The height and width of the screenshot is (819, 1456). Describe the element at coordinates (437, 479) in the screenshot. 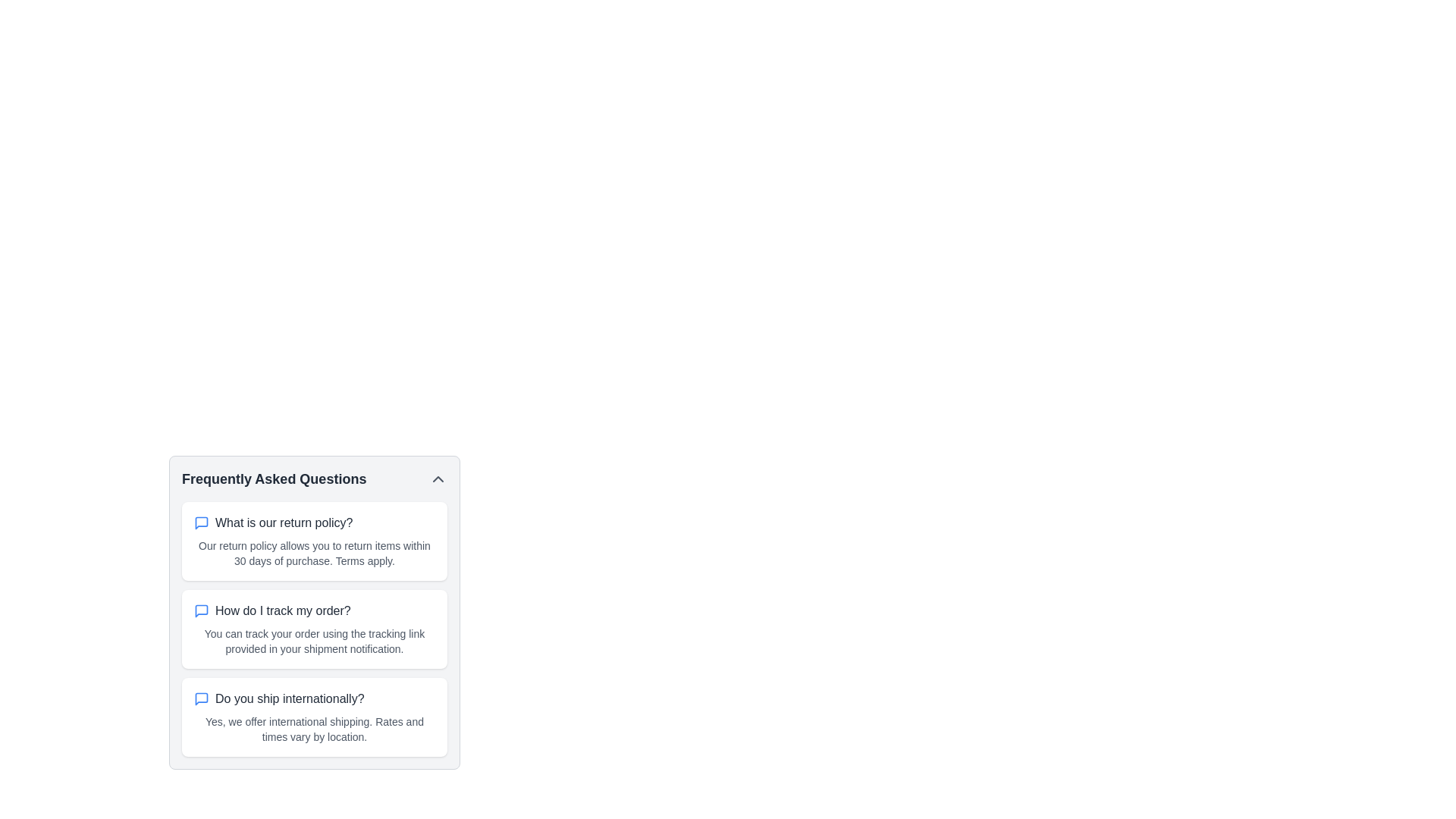

I see `the upward-facing chevron icon located to the right of the 'Frequently Asked Questions' heading` at that location.